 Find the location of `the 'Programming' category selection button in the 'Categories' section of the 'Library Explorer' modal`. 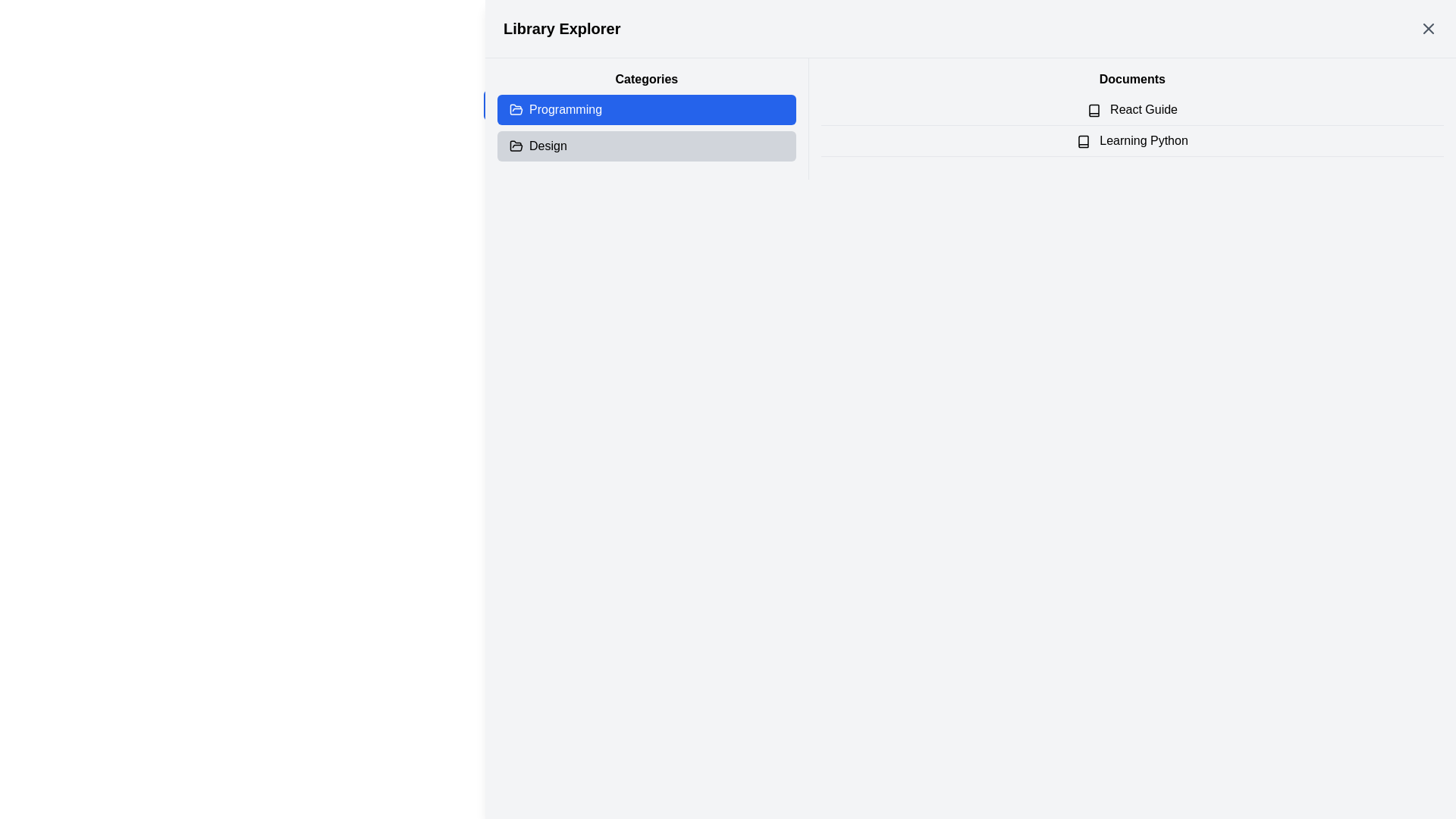

the 'Programming' category selection button in the 'Categories' section of the 'Library Explorer' modal is located at coordinates (525, 99).